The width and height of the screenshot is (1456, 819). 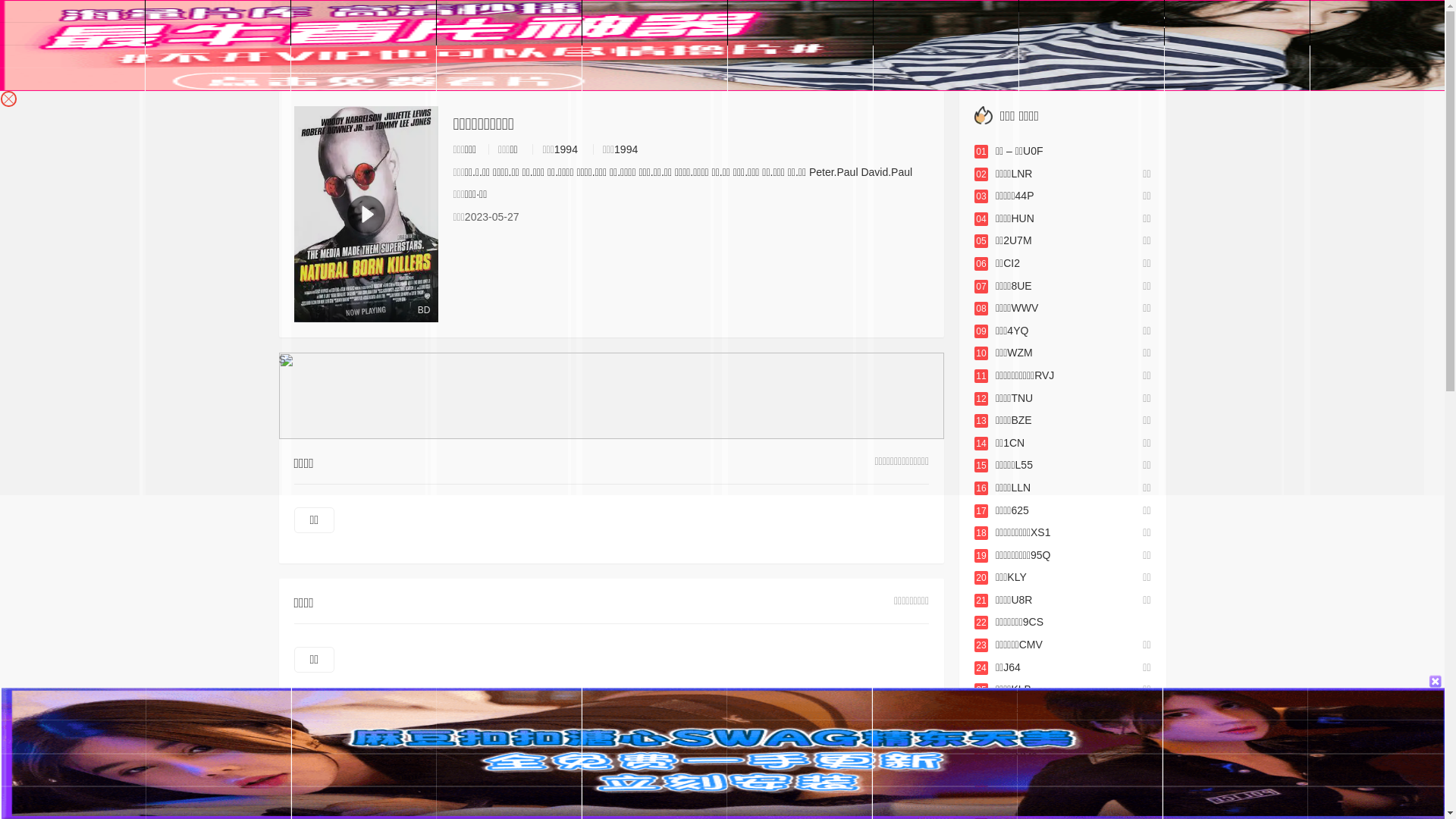 What do you see at coordinates (886, 171) in the screenshot?
I see `'David.Paul'` at bounding box center [886, 171].